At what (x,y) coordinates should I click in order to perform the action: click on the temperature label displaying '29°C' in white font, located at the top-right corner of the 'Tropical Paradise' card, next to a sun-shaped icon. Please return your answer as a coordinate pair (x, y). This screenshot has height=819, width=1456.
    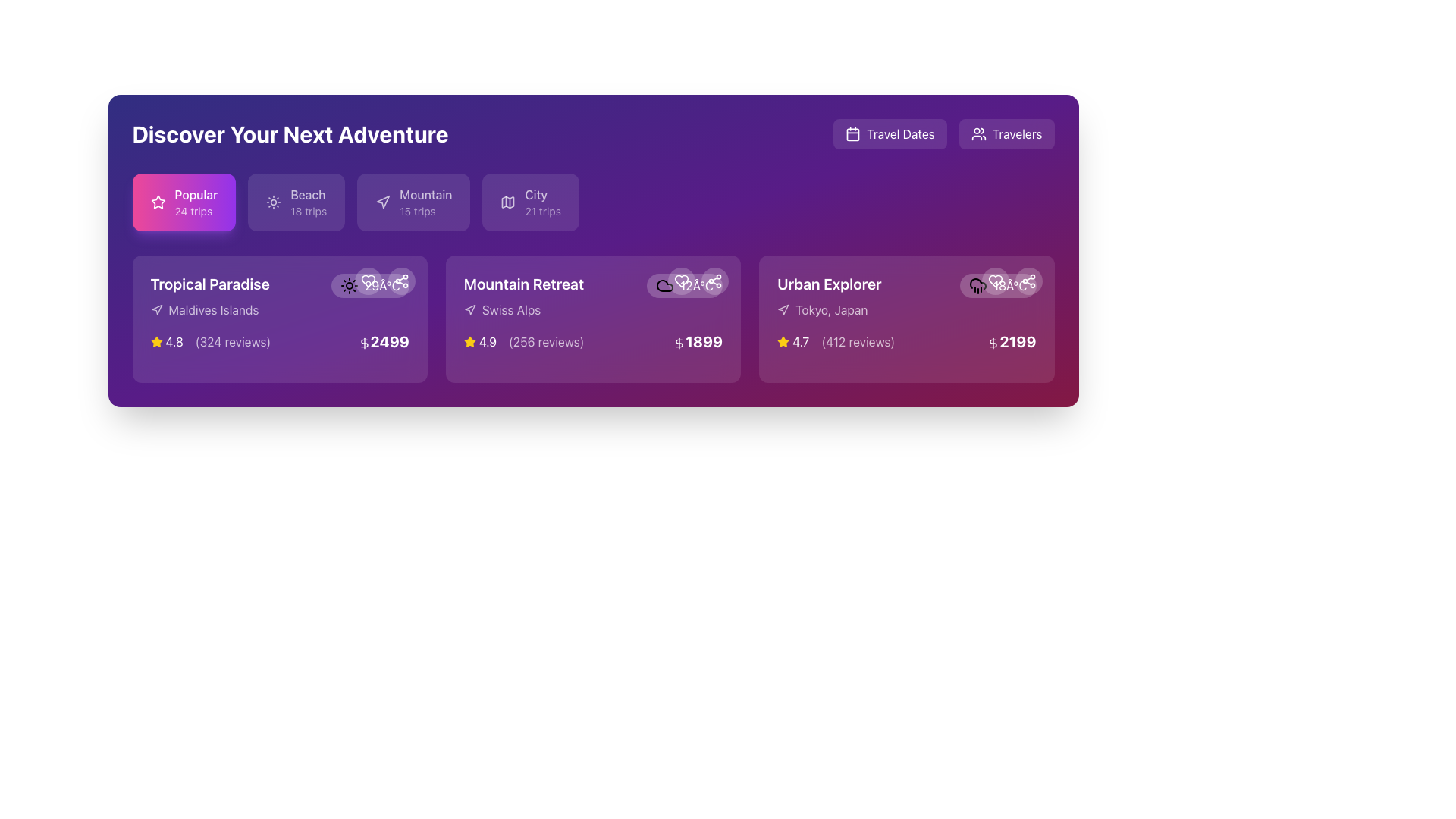
    Looking at the image, I should click on (382, 286).